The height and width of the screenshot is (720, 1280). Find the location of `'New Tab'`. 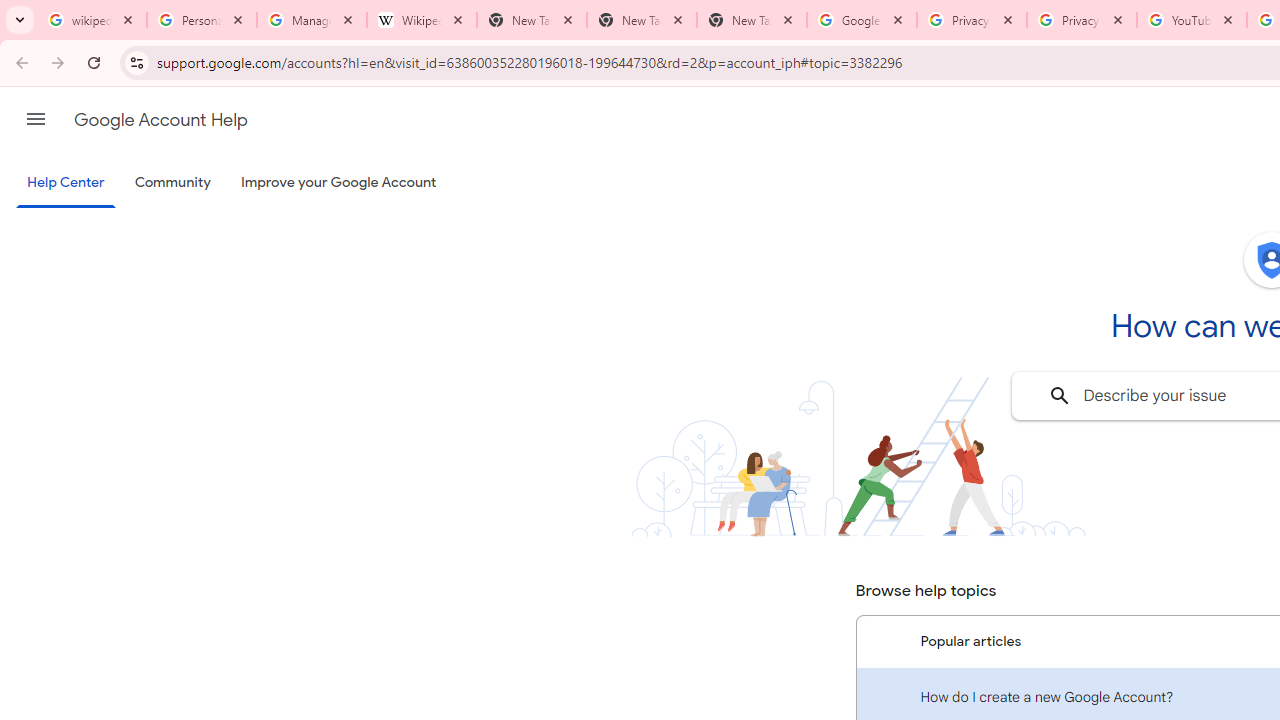

'New Tab' is located at coordinates (751, 20).